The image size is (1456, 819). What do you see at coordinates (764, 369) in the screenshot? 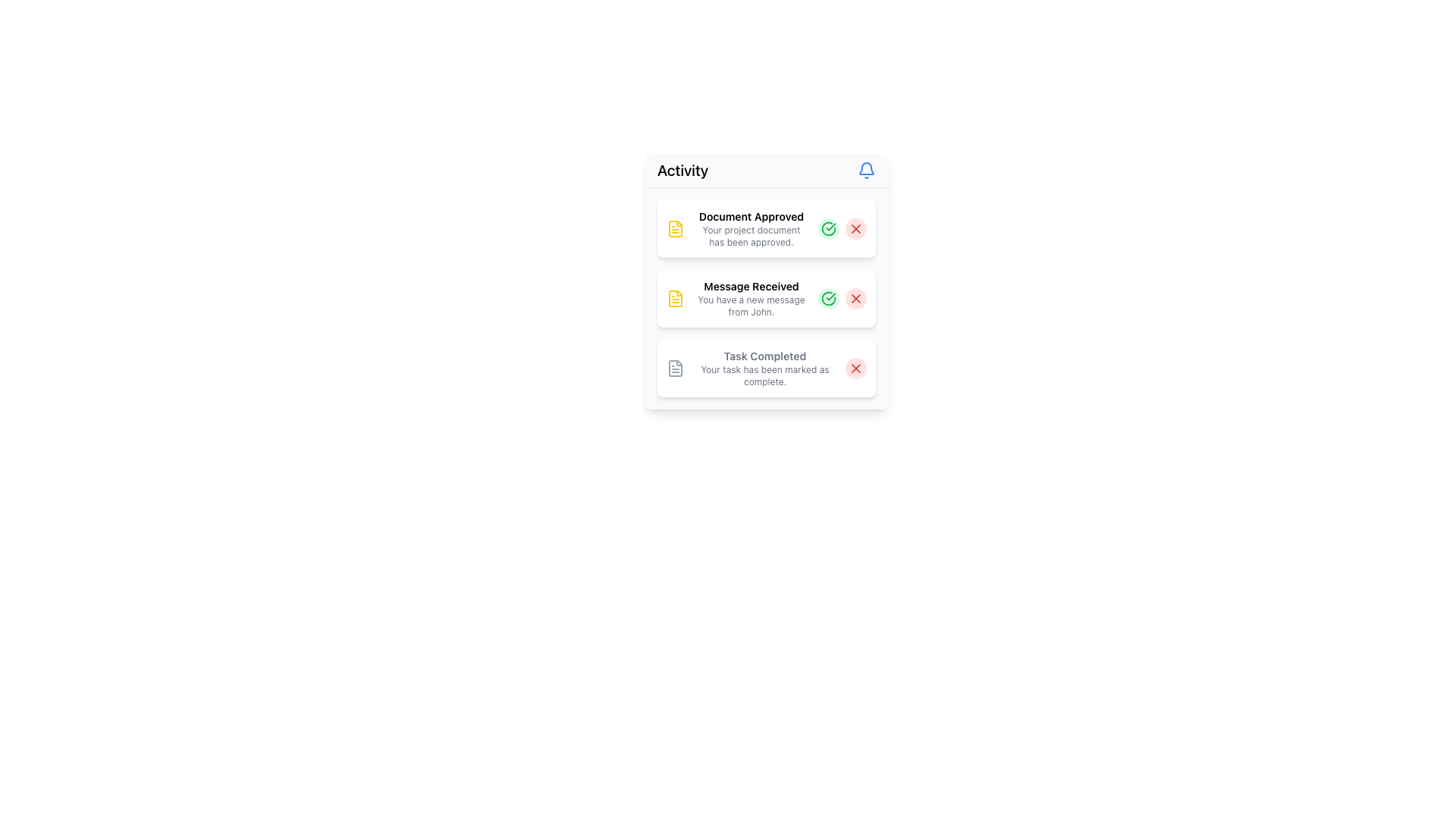
I see `the text block that displays 'Task Completed' and 'Your task has been marked as complete.' located below 'Message Received'` at bounding box center [764, 369].